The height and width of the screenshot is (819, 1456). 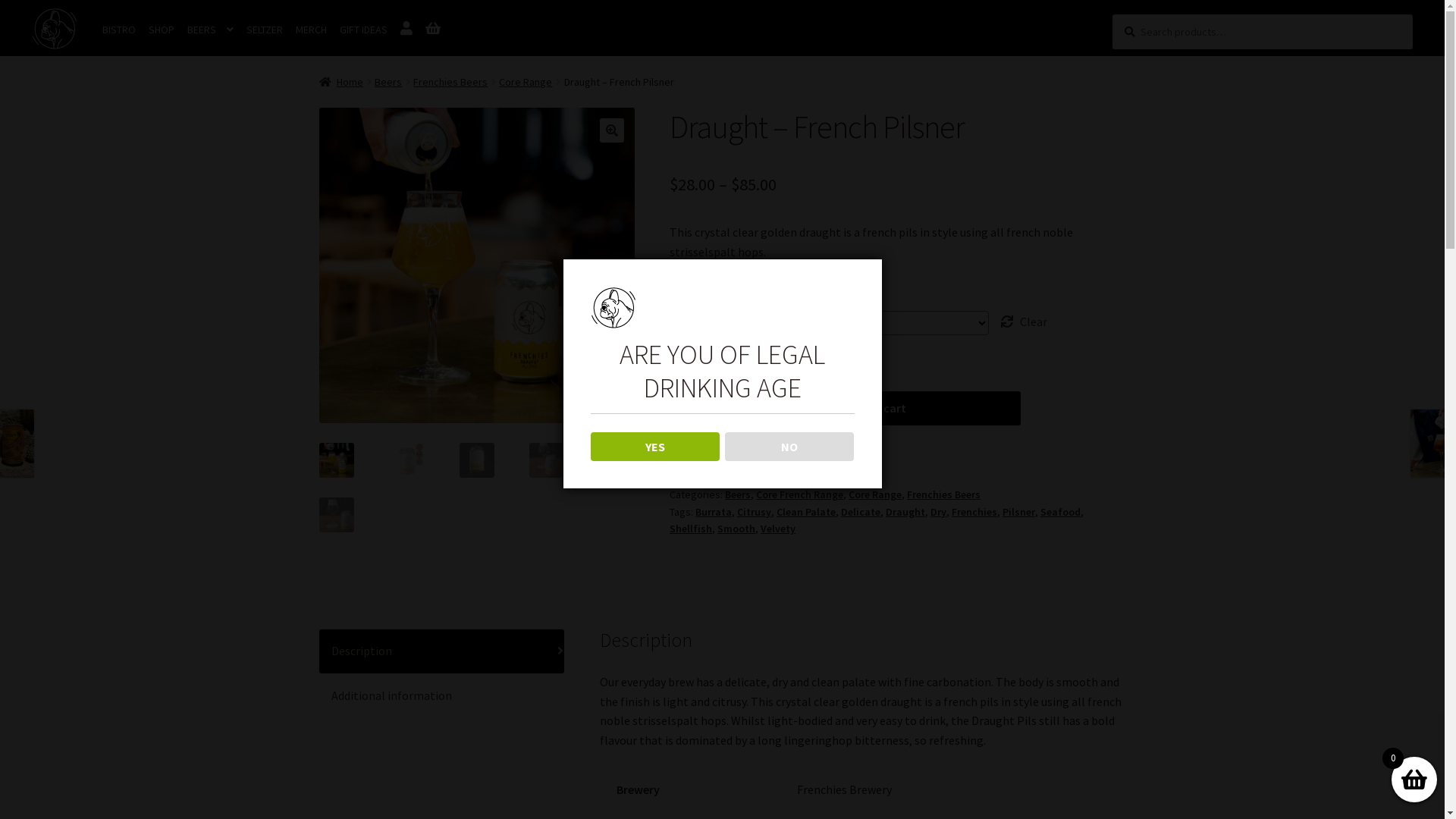 What do you see at coordinates (441, 651) in the screenshot?
I see `'Description'` at bounding box center [441, 651].